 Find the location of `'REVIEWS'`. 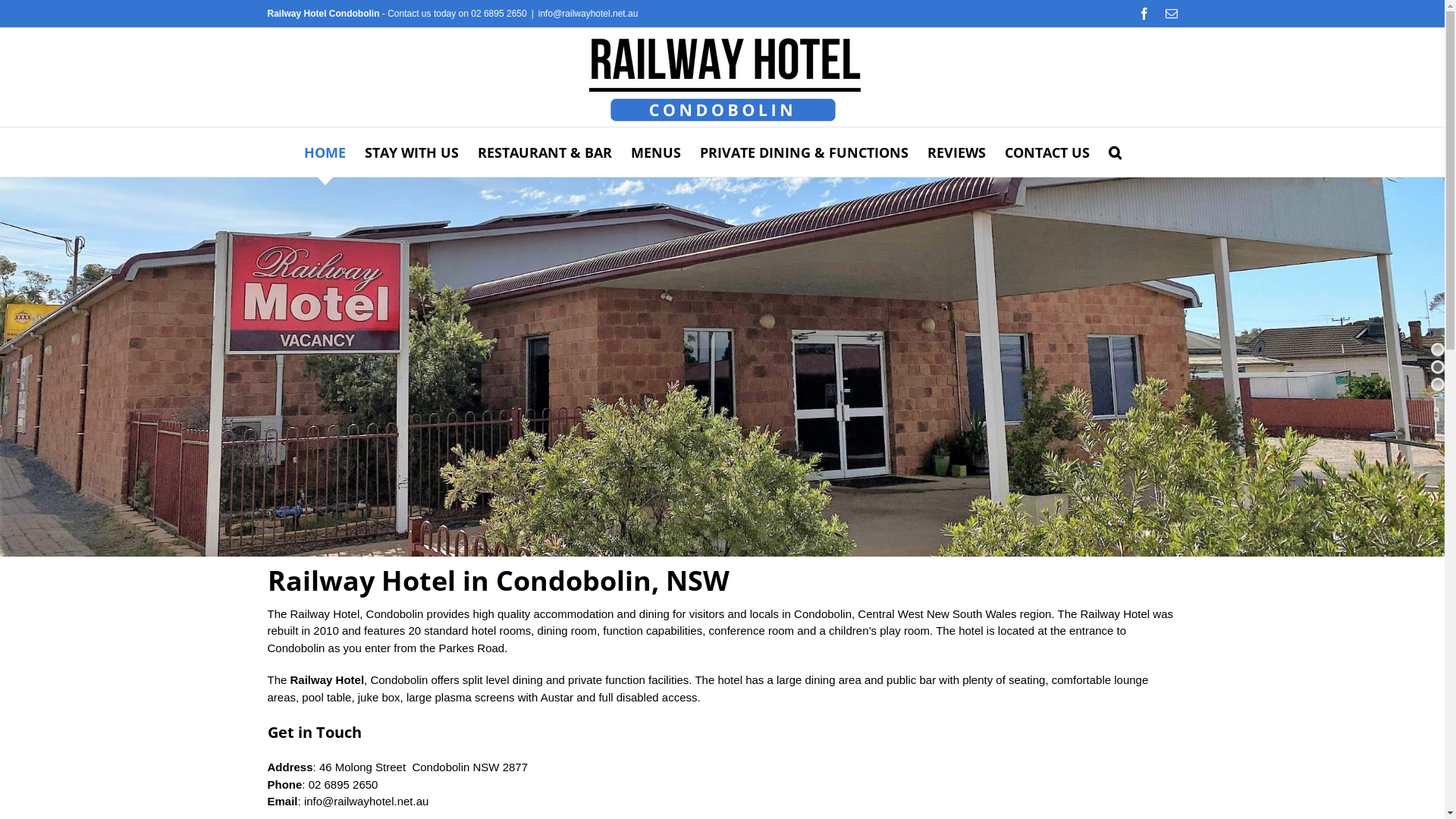

'REVIEWS' is located at coordinates (955, 152).